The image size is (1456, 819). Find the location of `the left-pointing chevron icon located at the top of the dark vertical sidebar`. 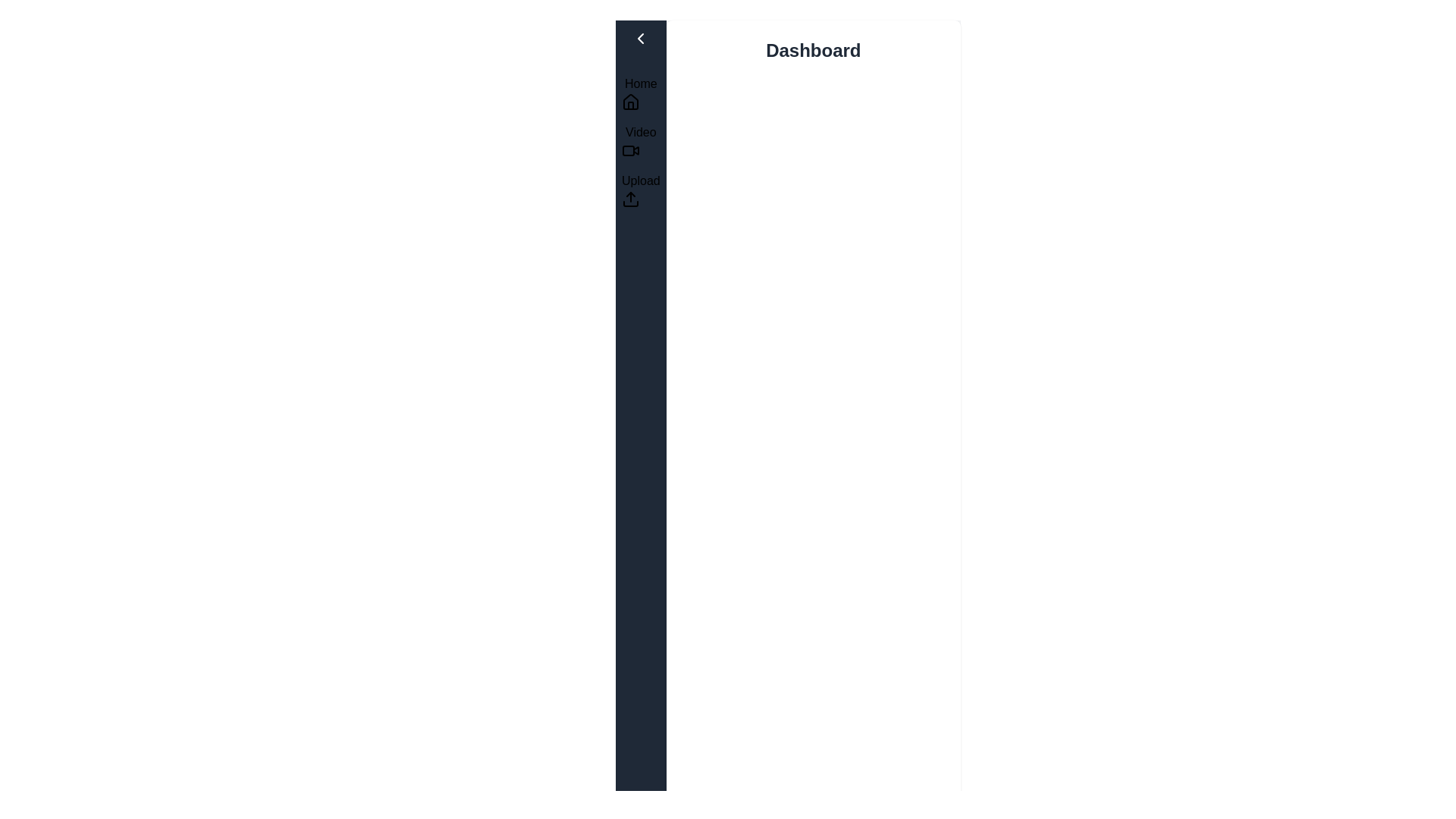

the left-pointing chevron icon located at the top of the dark vertical sidebar is located at coordinates (641, 37).